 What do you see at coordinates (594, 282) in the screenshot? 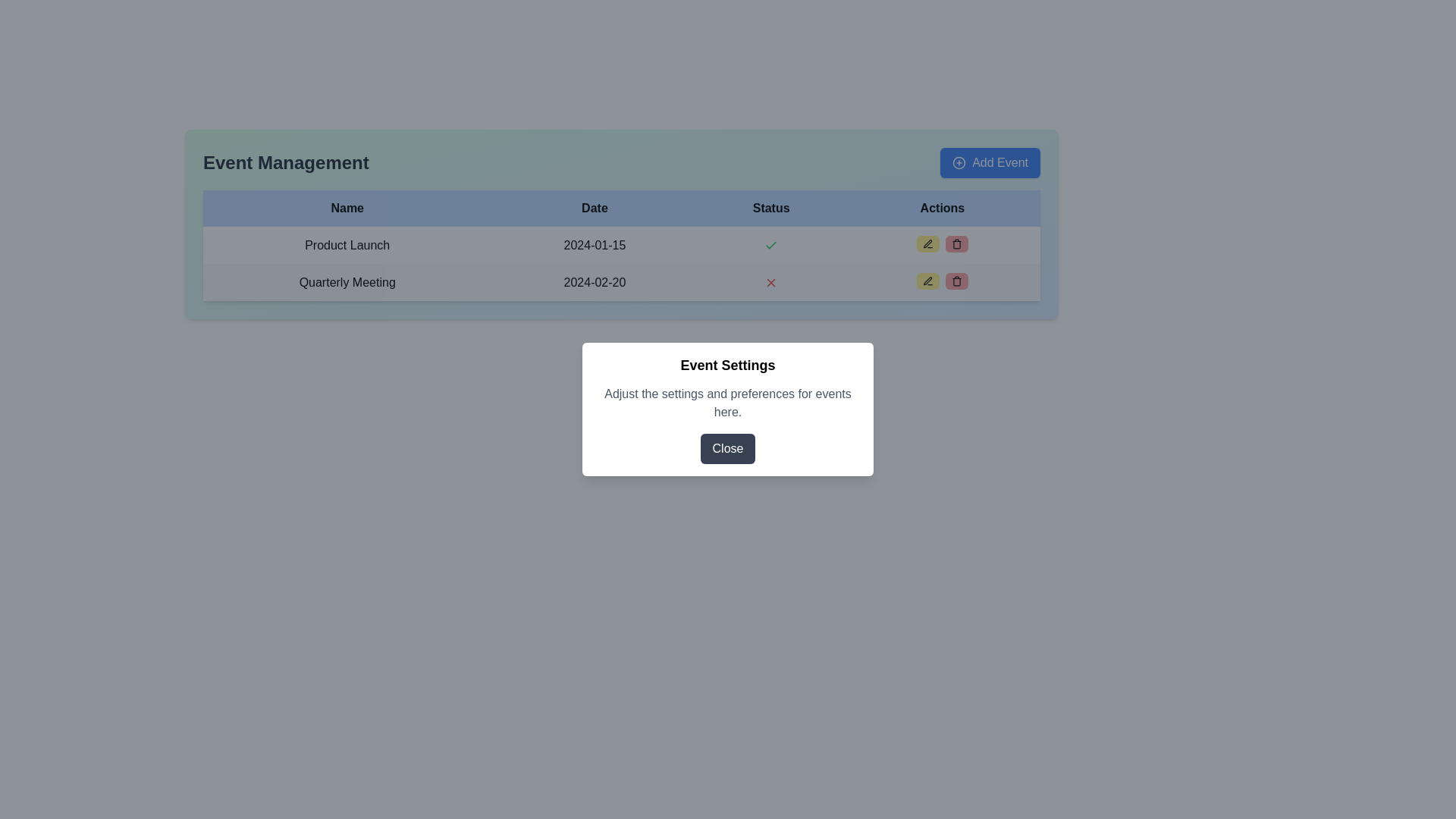
I see `the text label displaying '2024-02-20' in the 'Date' column of the Event Management table, which is located in the second row and aligns with the 'Quarterly Meeting' entry` at bounding box center [594, 282].